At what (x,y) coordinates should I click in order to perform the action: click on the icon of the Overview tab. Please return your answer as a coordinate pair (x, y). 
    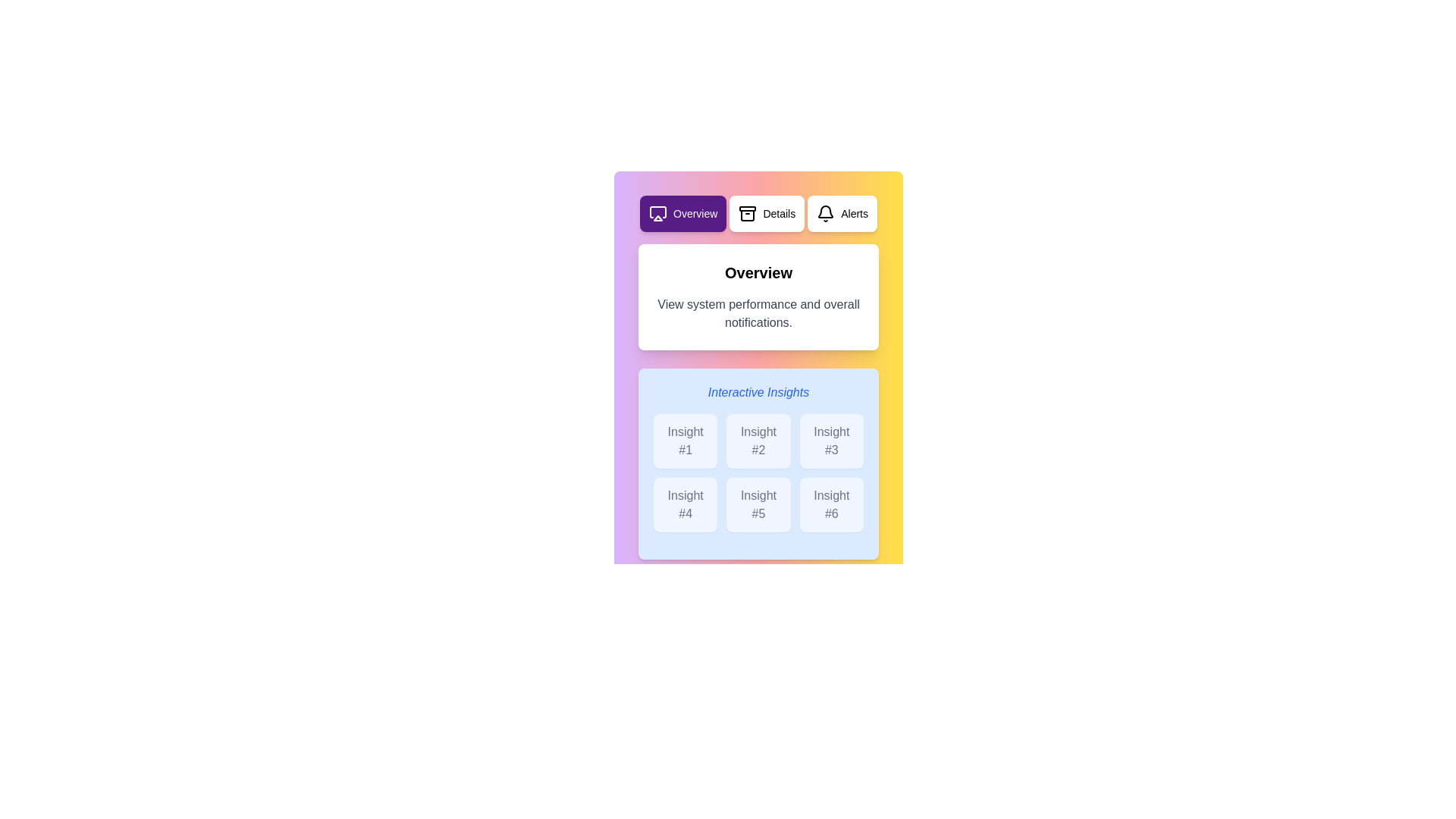
    Looking at the image, I should click on (658, 213).